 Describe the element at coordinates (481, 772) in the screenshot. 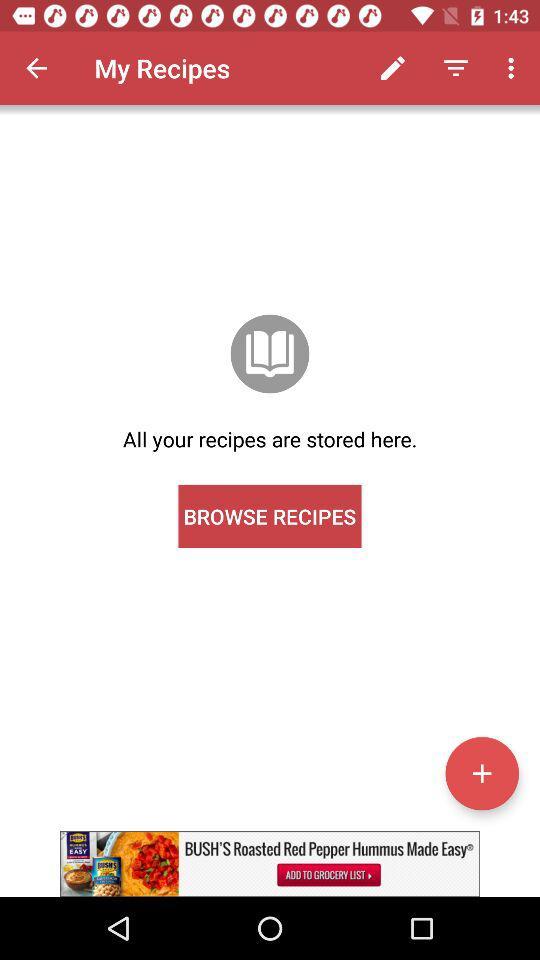

I see `recipe` at that location.